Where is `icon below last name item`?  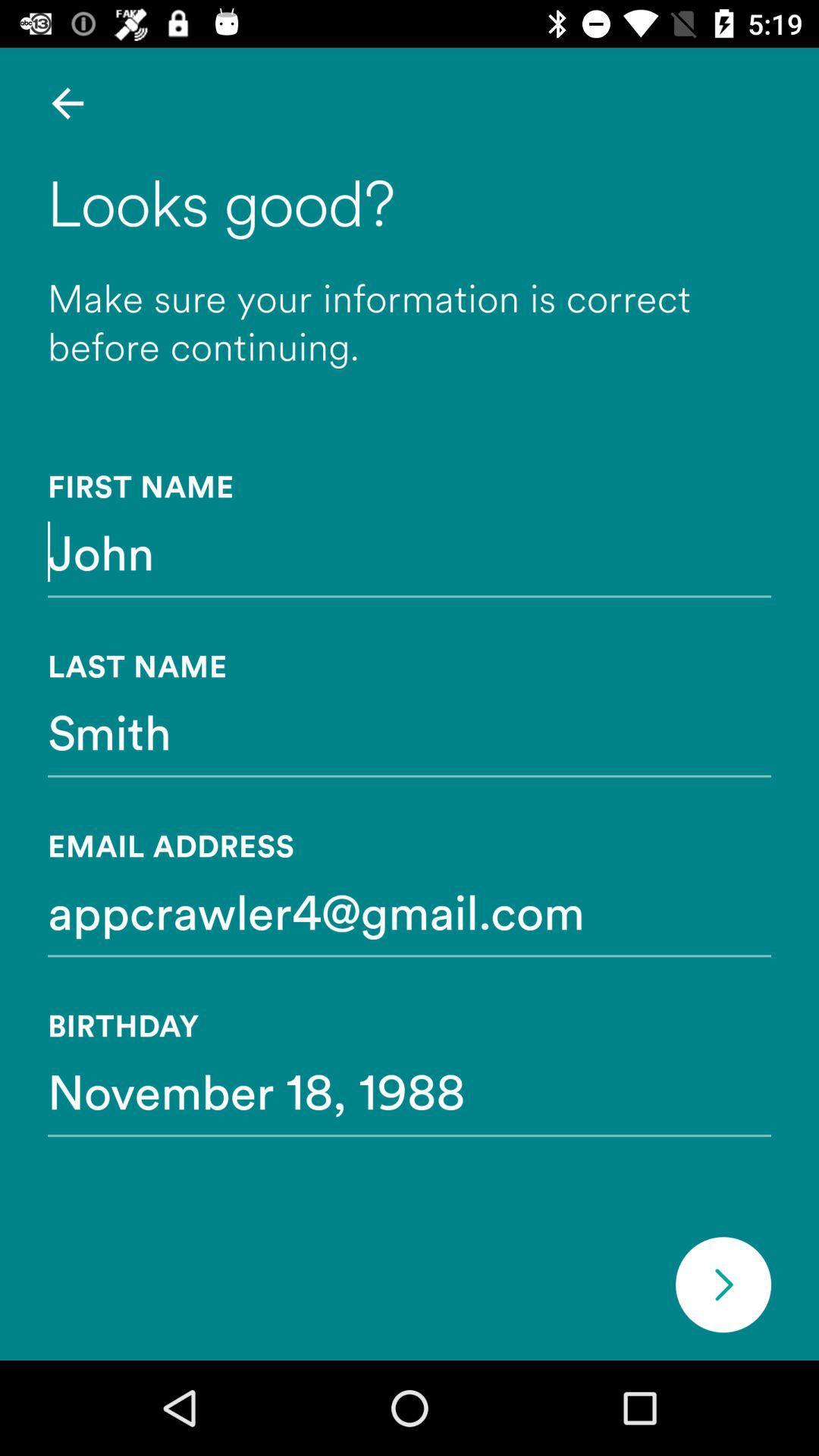 icon below last name item is located at coordinates (409, 731).